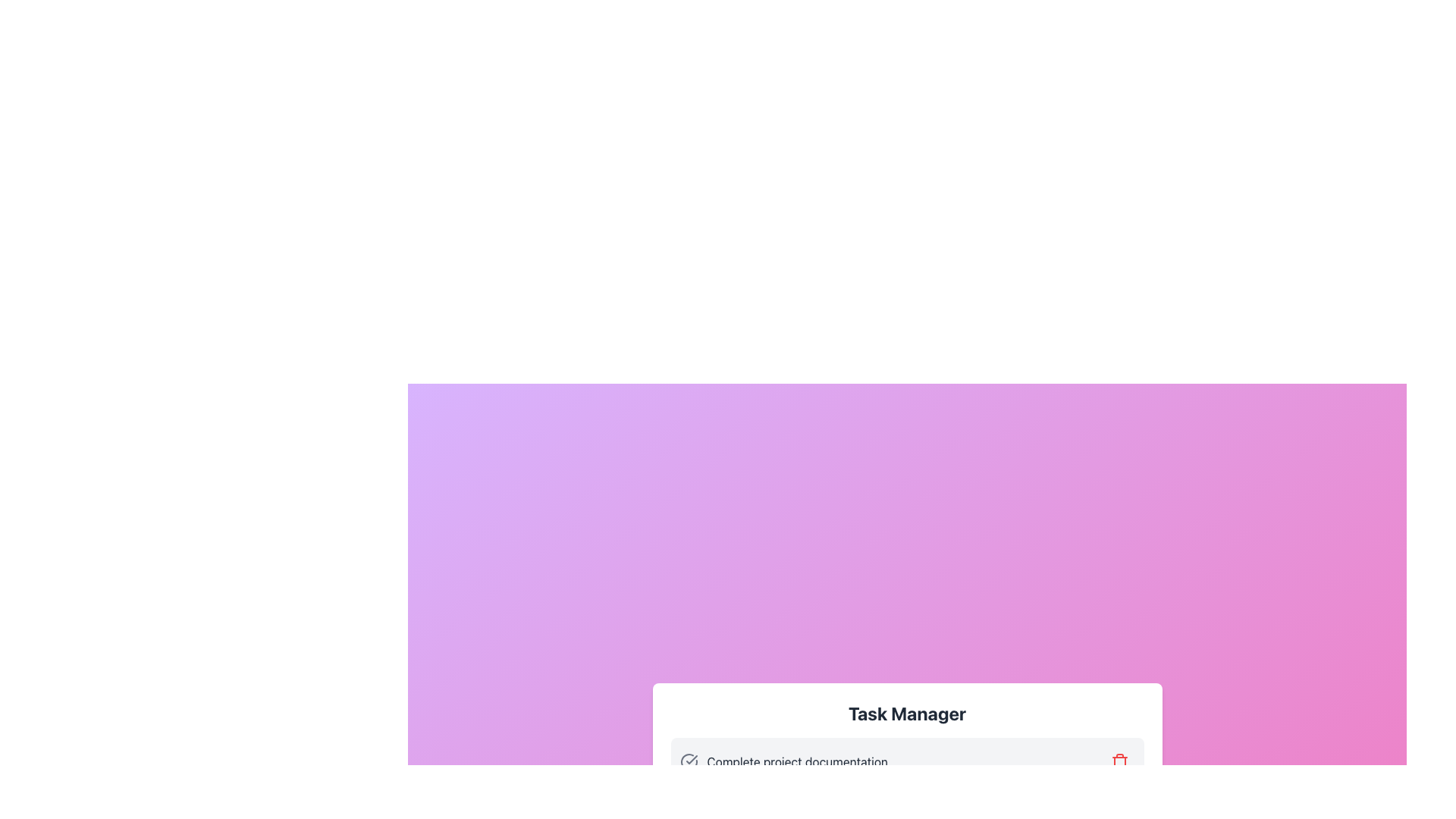 This screenshot has width=1456, height=819. What do you see at coordinates (688, 762) in the screenshot?
I see `the circular checkmark icon located to the left of the text 'Complete project documentation'` at bounding box center [688, 762].